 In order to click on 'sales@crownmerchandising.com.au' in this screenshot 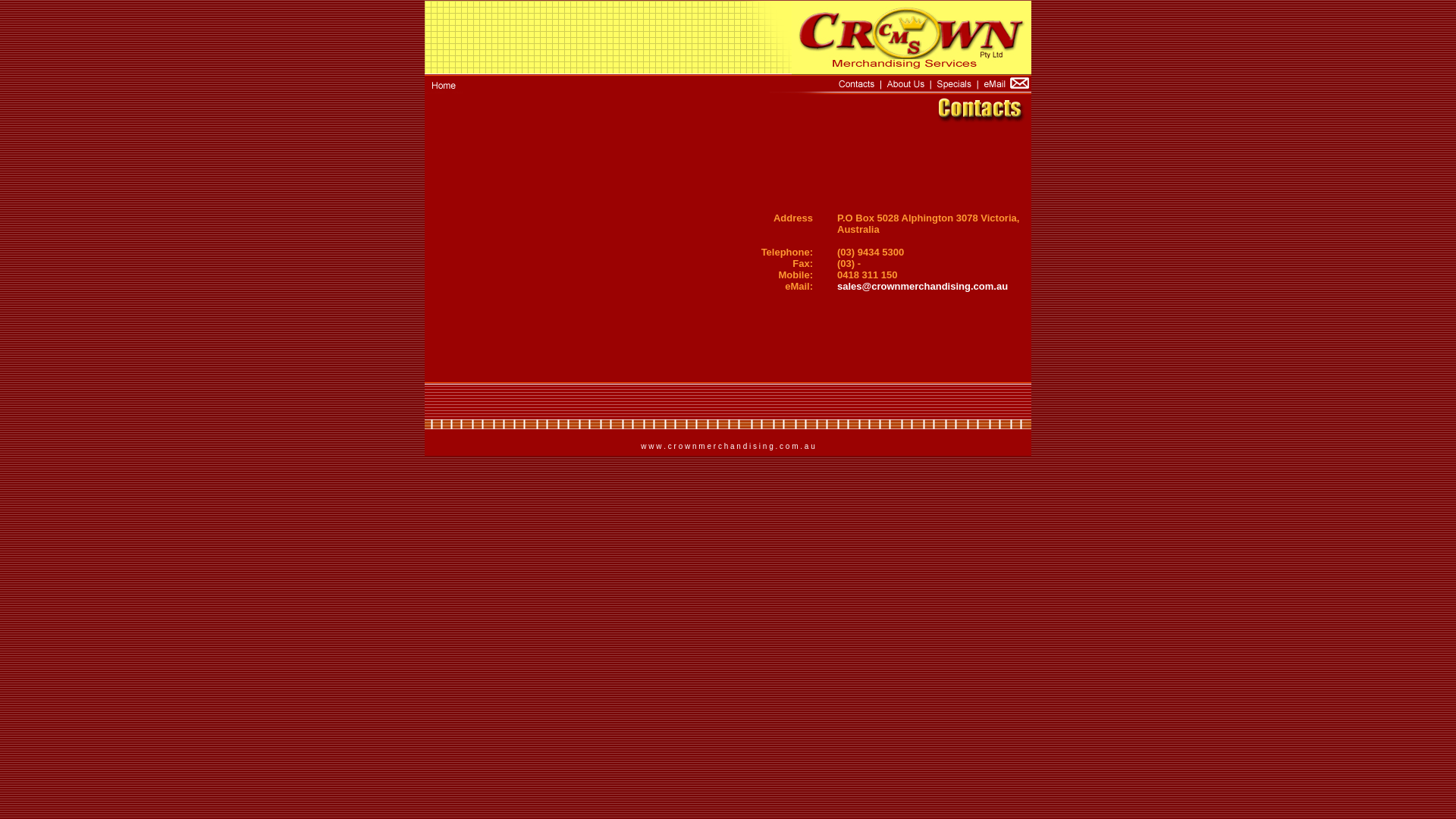, I will do `click(836, 286)`.